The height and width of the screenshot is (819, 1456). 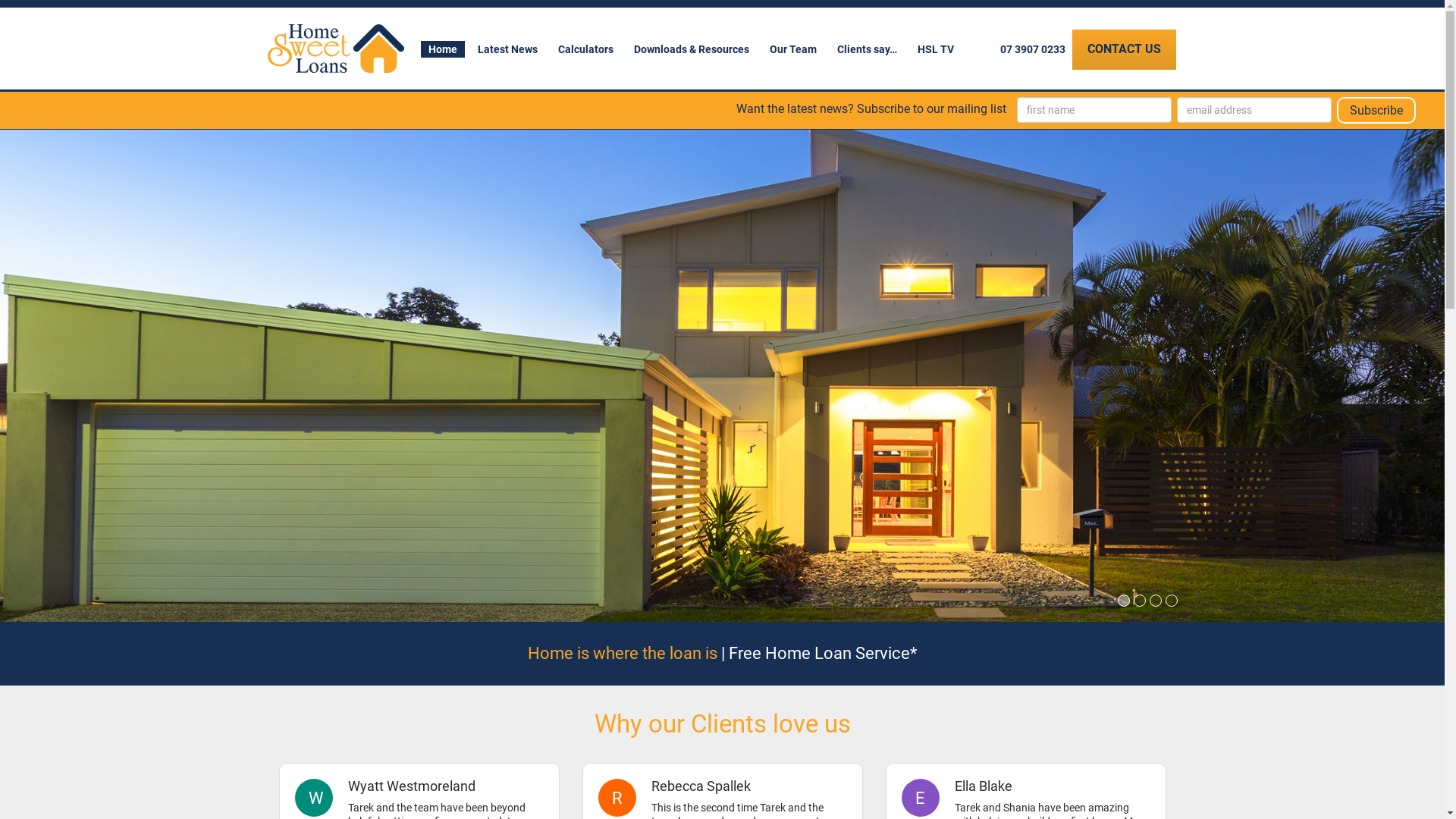 What do you see at coordinates (1376, 109) in the screenshot?
I see `'Subscribe'` at bounding box center [1376, 109].